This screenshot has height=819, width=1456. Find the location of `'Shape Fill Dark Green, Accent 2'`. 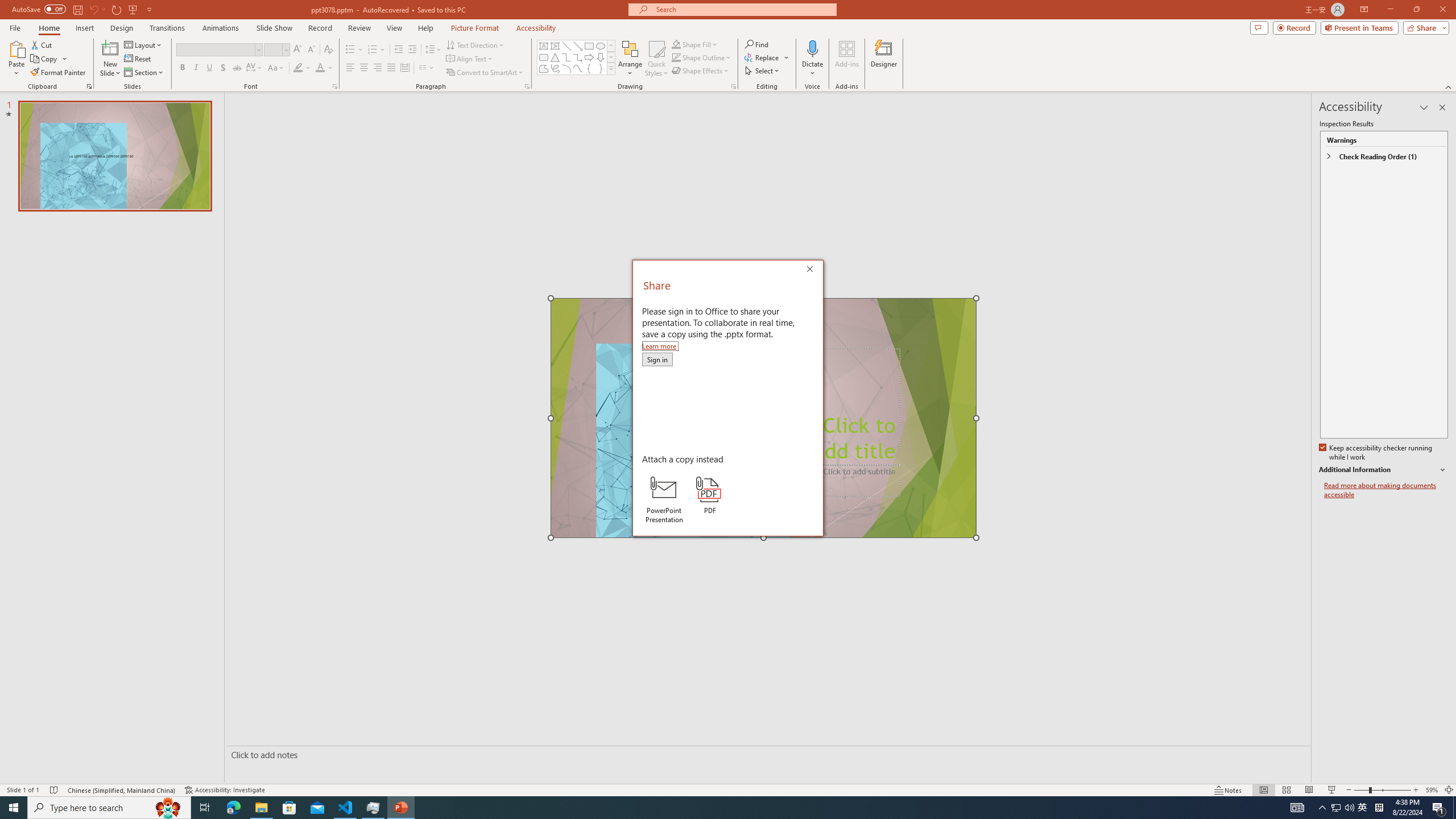

'Shape Fill Dark Green, Accent 2' is located at coordinates (676, 44).